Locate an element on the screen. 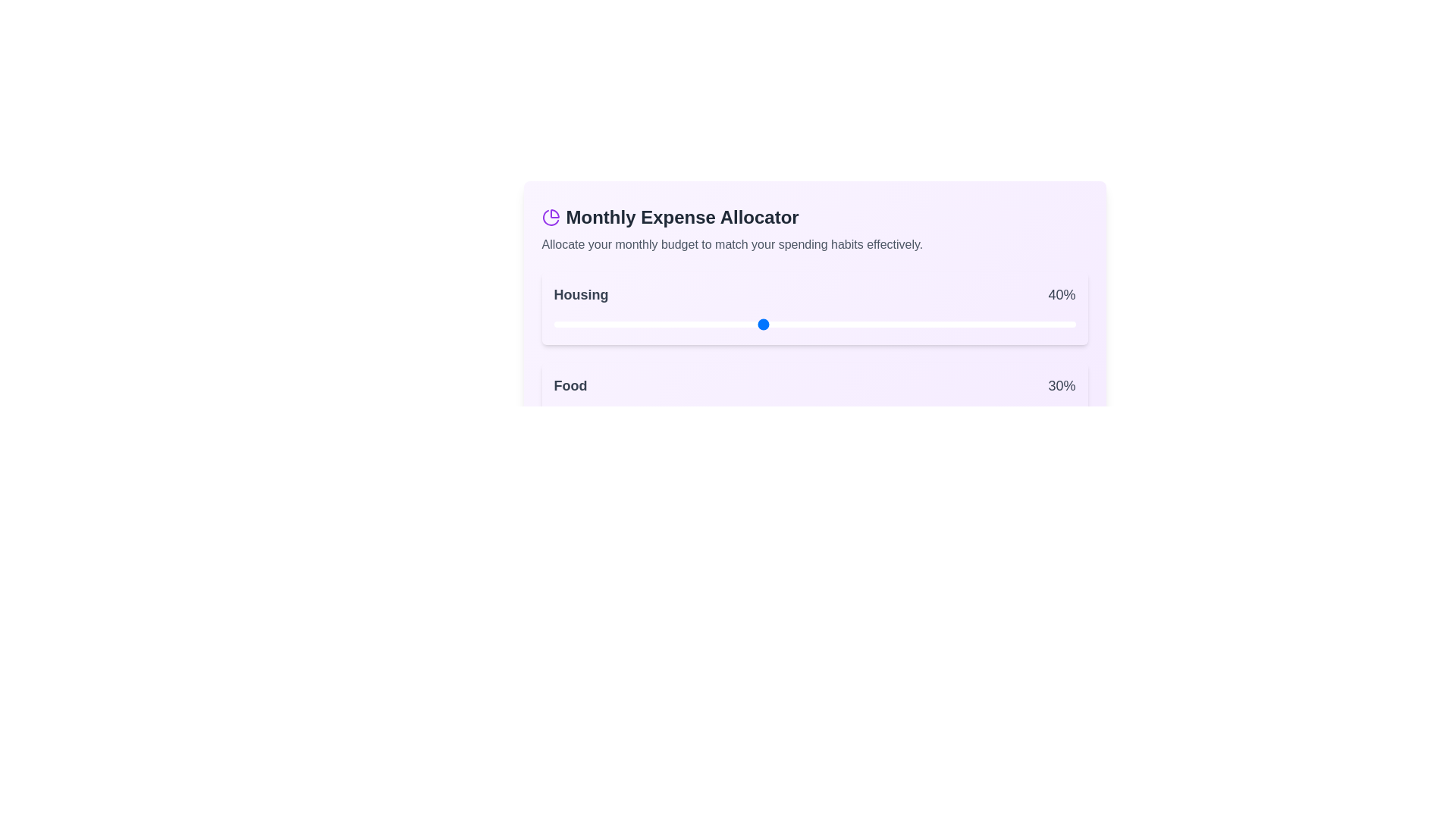 The width and height of the screenshot is (1456, 819). the value of the 'Housing' percentage slider is located at coordinates (898, 324).